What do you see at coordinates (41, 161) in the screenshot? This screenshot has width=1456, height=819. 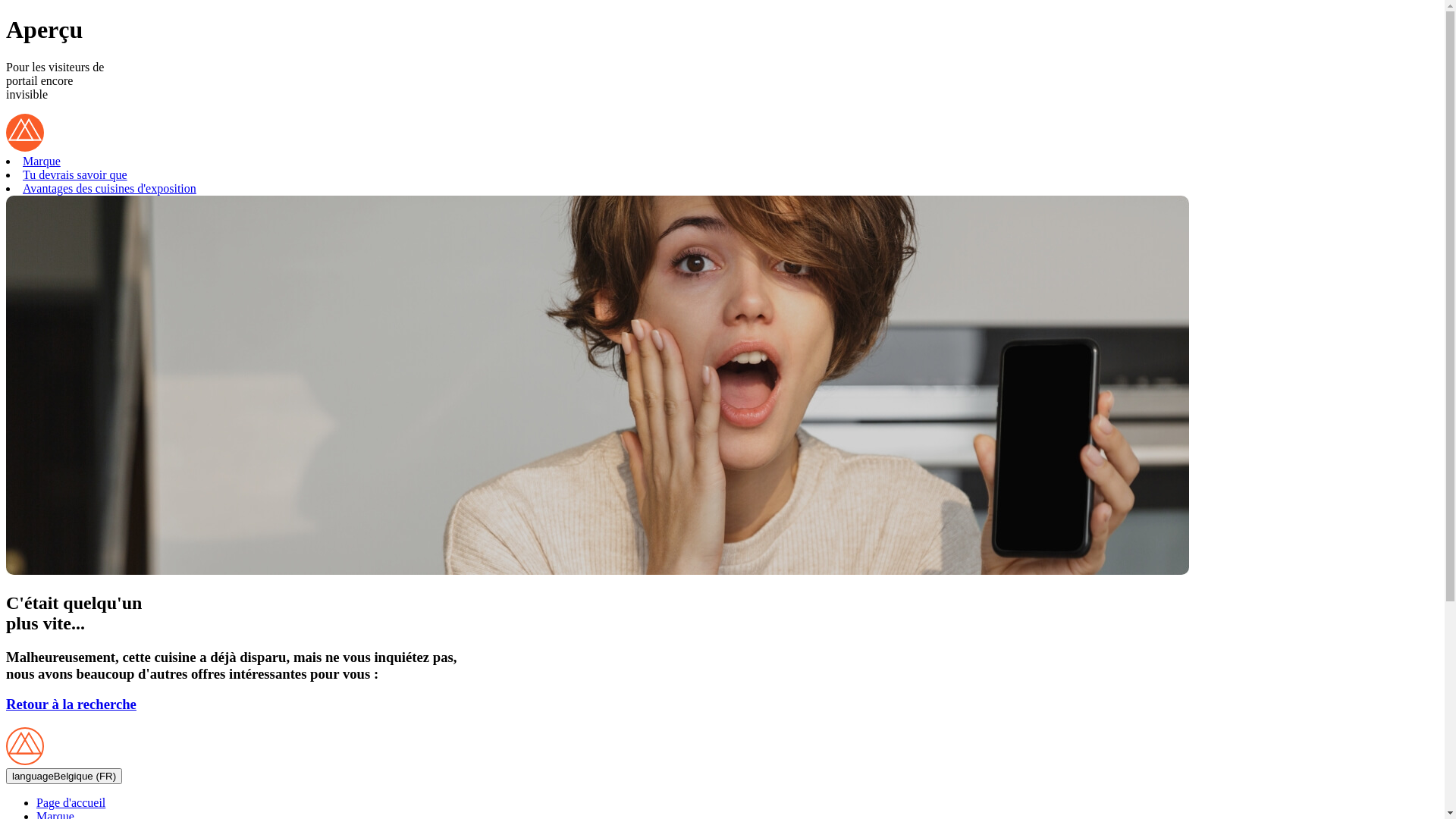 I see `'Marque'` at bounding box center [41, 161].